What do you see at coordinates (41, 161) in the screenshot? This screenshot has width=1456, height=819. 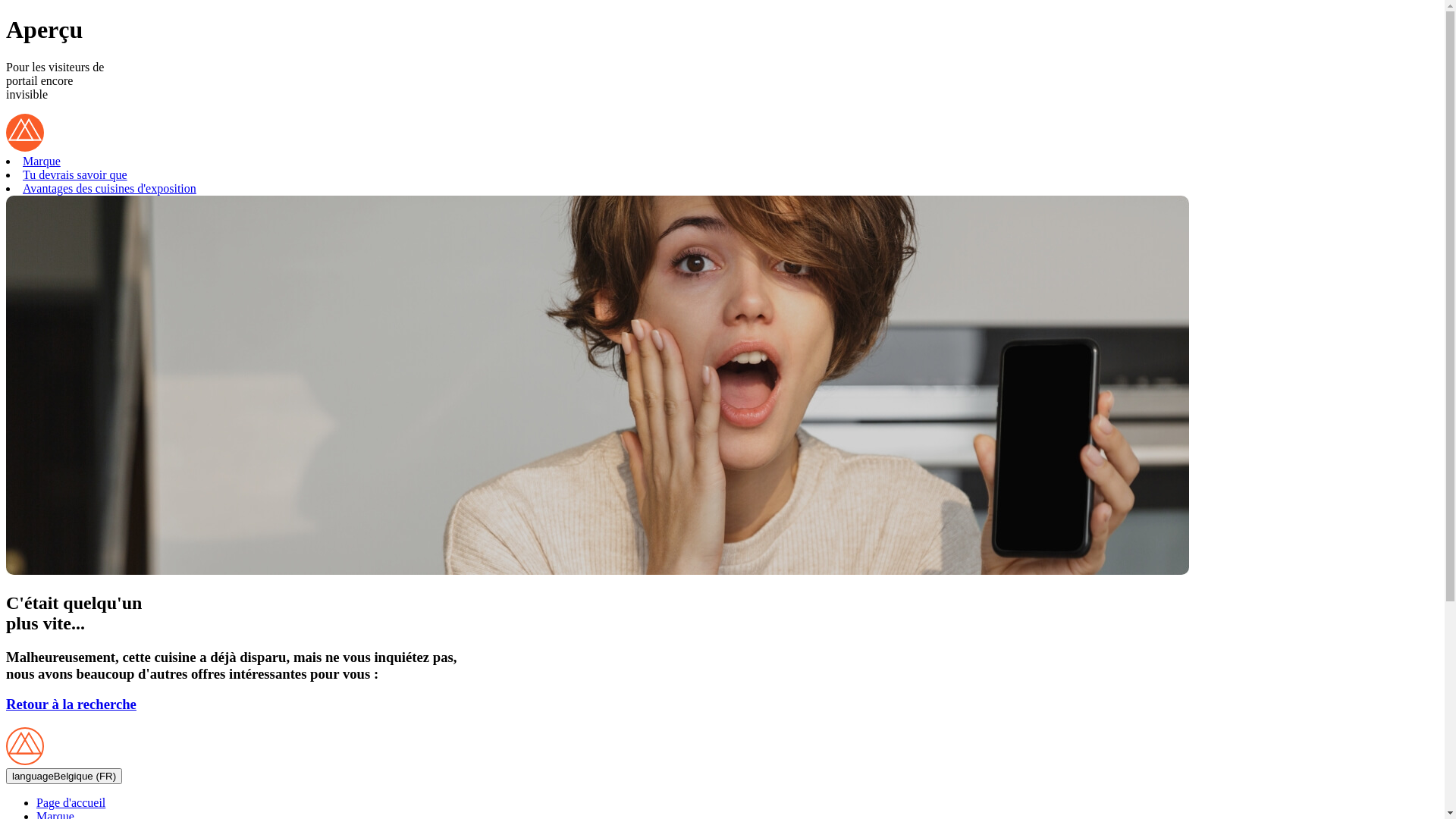 I see `'Marque'` at bounding box center [41, 161].